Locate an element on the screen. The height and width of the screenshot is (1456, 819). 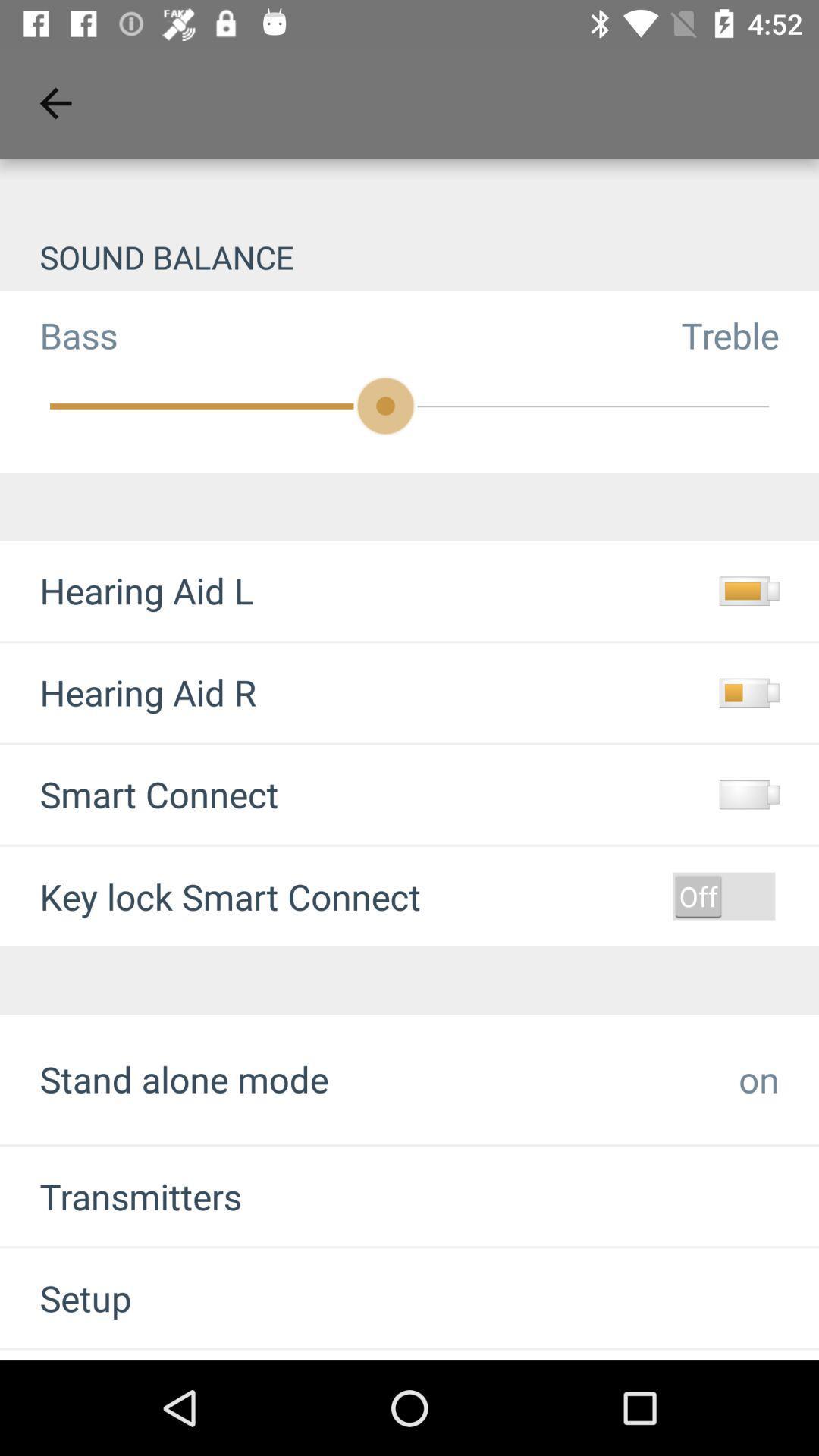
icon next to the key lock smart item is located at coordinates (723, 896).